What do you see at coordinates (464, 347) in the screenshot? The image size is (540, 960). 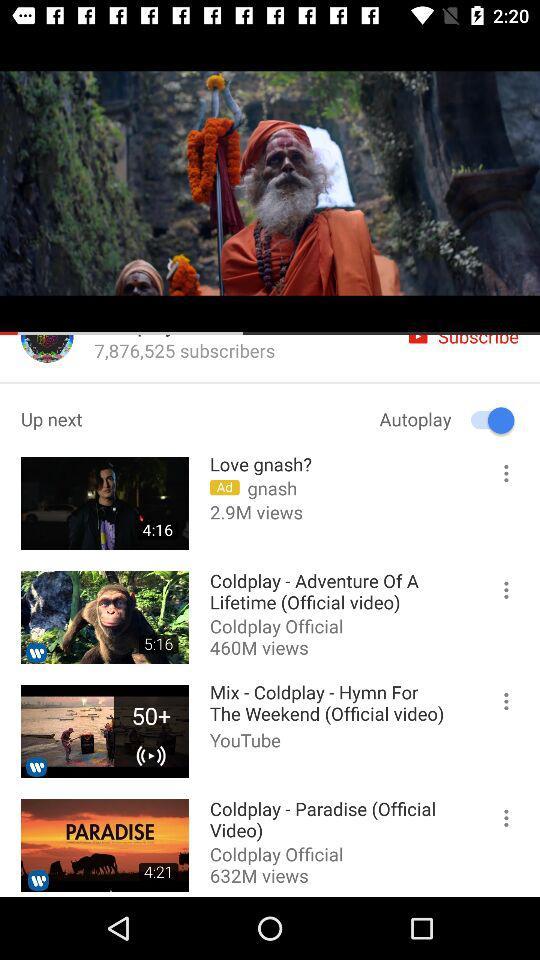 I see `the icon subscribe` at bounding box center [464, 347].